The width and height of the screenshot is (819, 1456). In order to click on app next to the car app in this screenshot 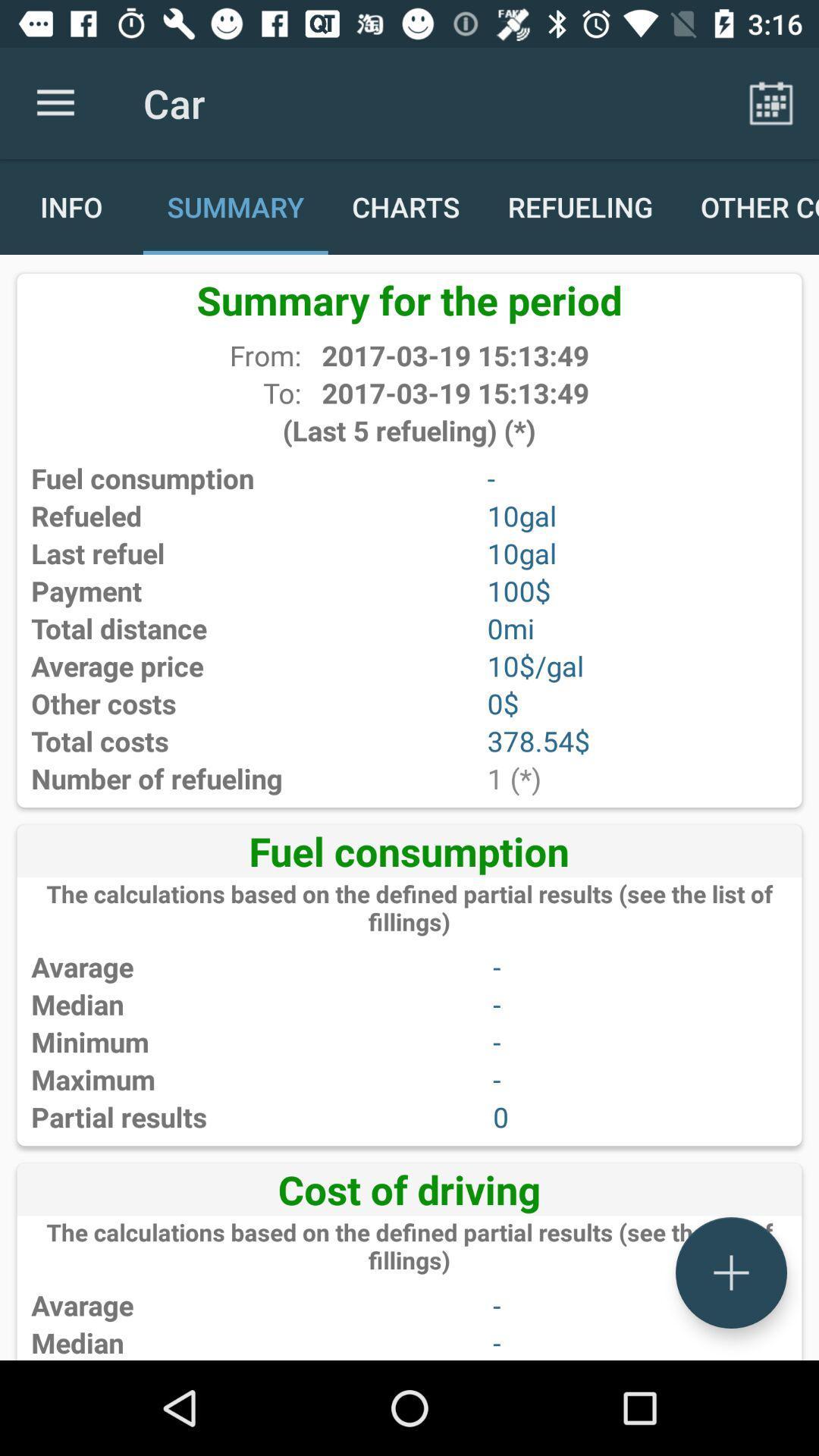, I will do `click(55, 102)`.